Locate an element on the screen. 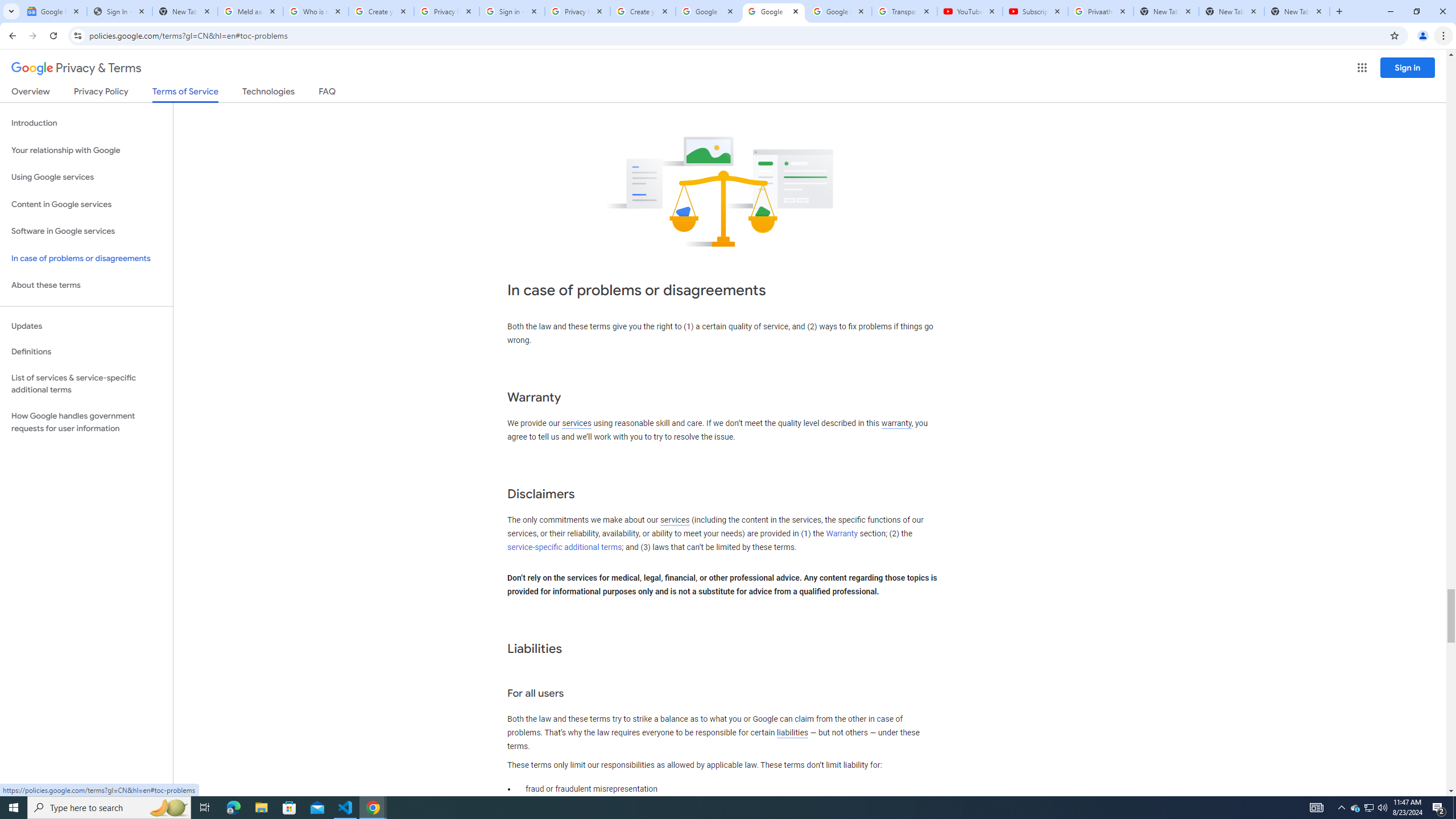  'Privacy Policy' is located at coordinates (100, 93).